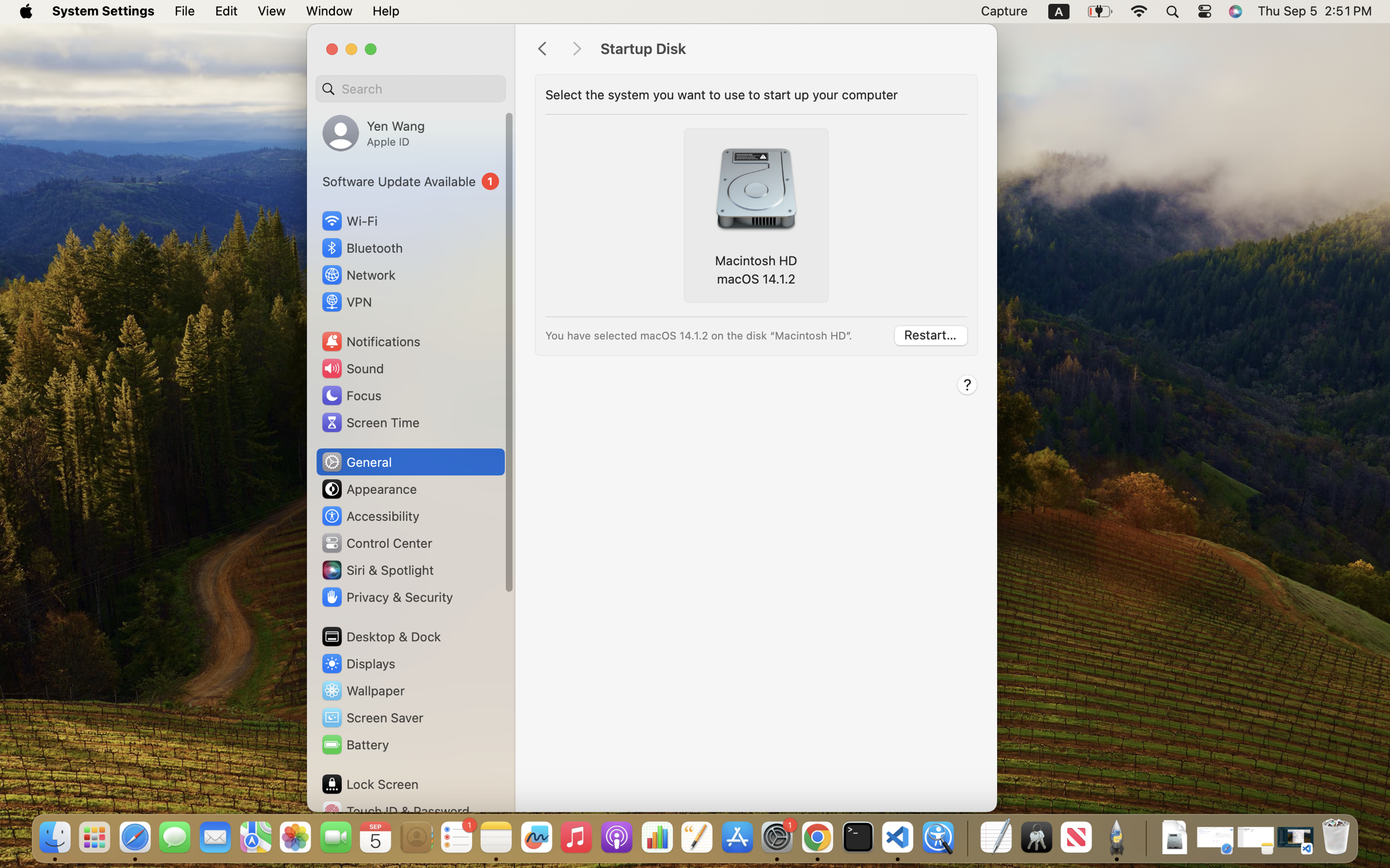 Image resolution: width=1390 pixels, height=868 pixels. What do you see at coordinates (385, 596) in the screenshot?
I see `'Privacy & Security'` at bounding box center [385, 596].